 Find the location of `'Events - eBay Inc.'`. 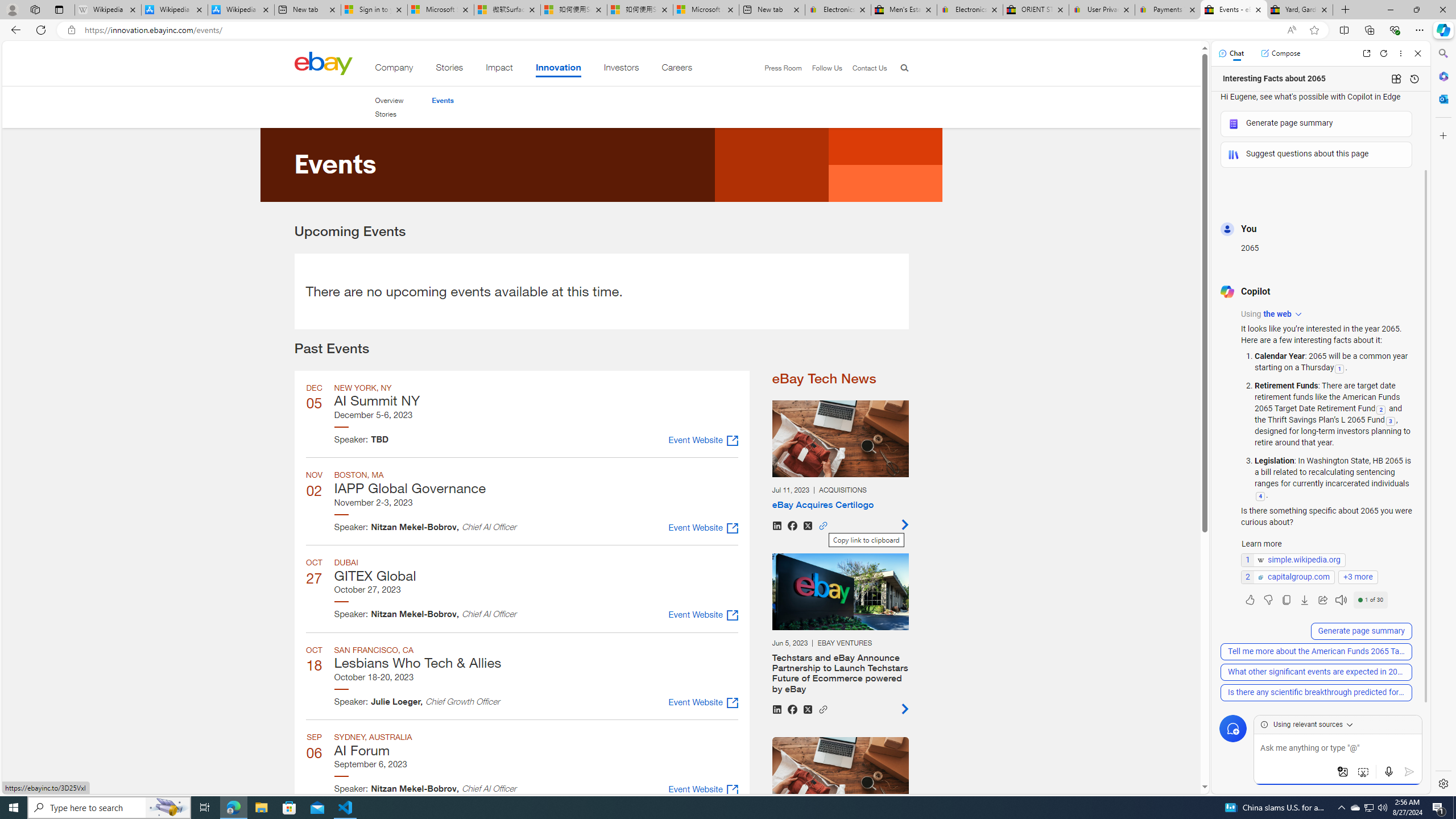

'Events - eBay Inc.' is located at coordinates (1233, 9).